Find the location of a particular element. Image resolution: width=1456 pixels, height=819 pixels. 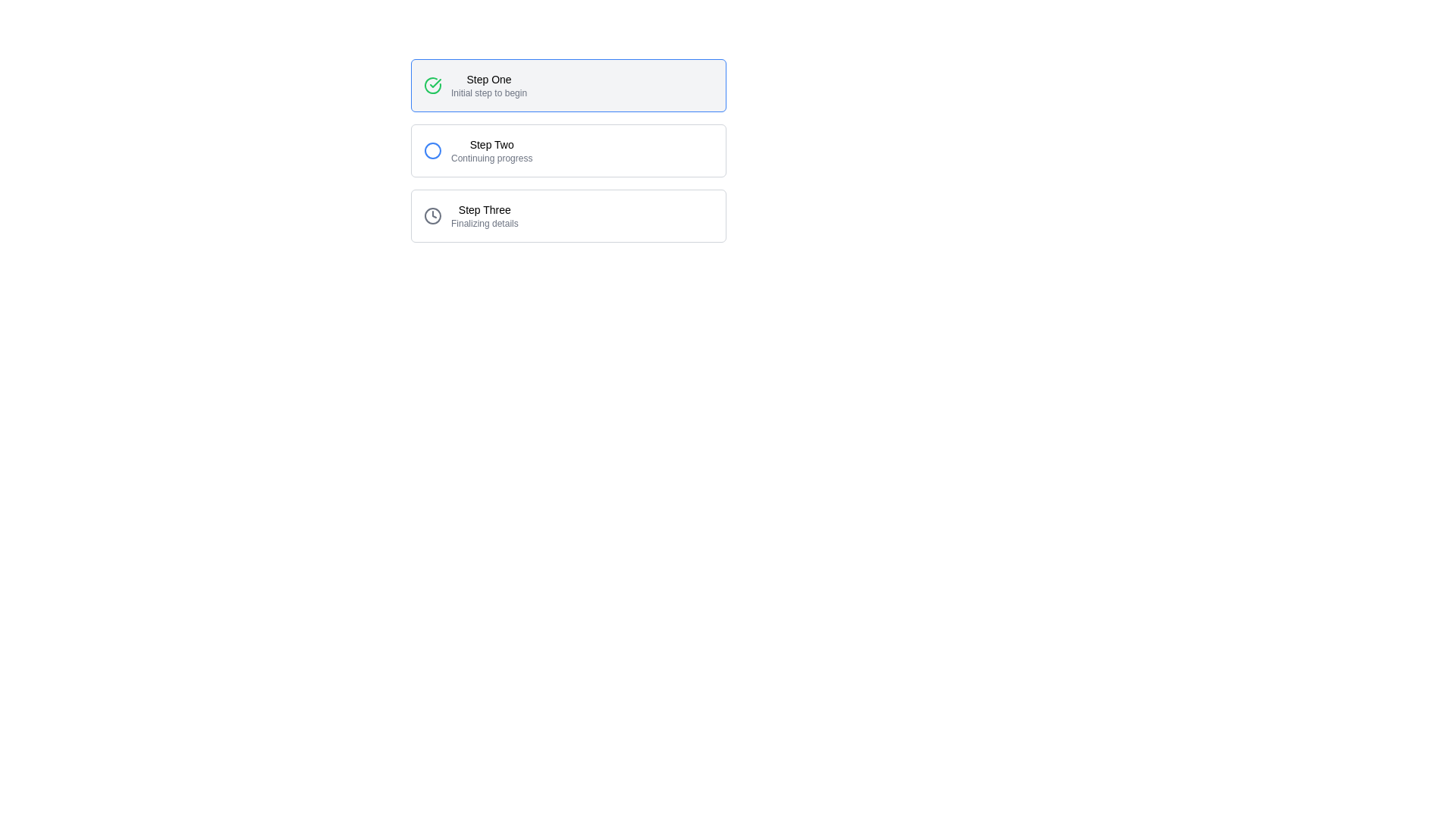

text label that reads 'Step Three' located in the third step of the step progress UI is located at coordinates (484, 210).